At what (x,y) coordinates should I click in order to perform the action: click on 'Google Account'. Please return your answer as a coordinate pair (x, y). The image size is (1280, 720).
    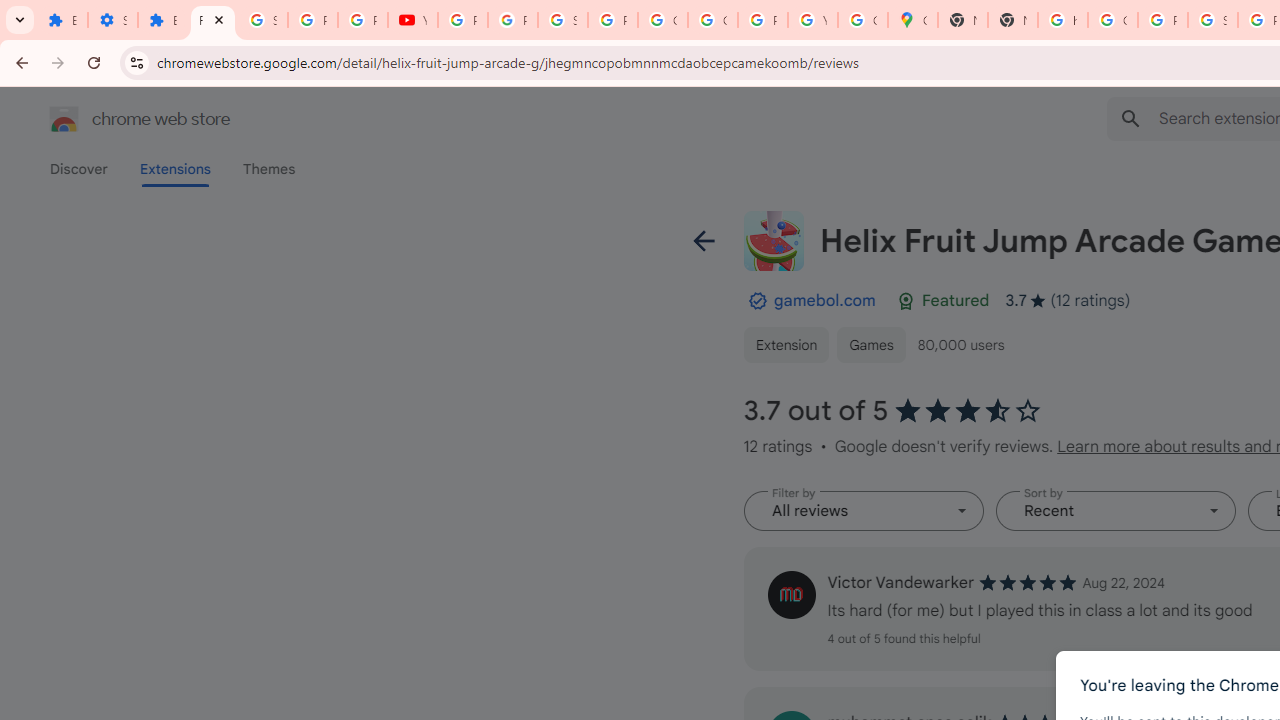
    Looking at the image, I should click on (663, 20).